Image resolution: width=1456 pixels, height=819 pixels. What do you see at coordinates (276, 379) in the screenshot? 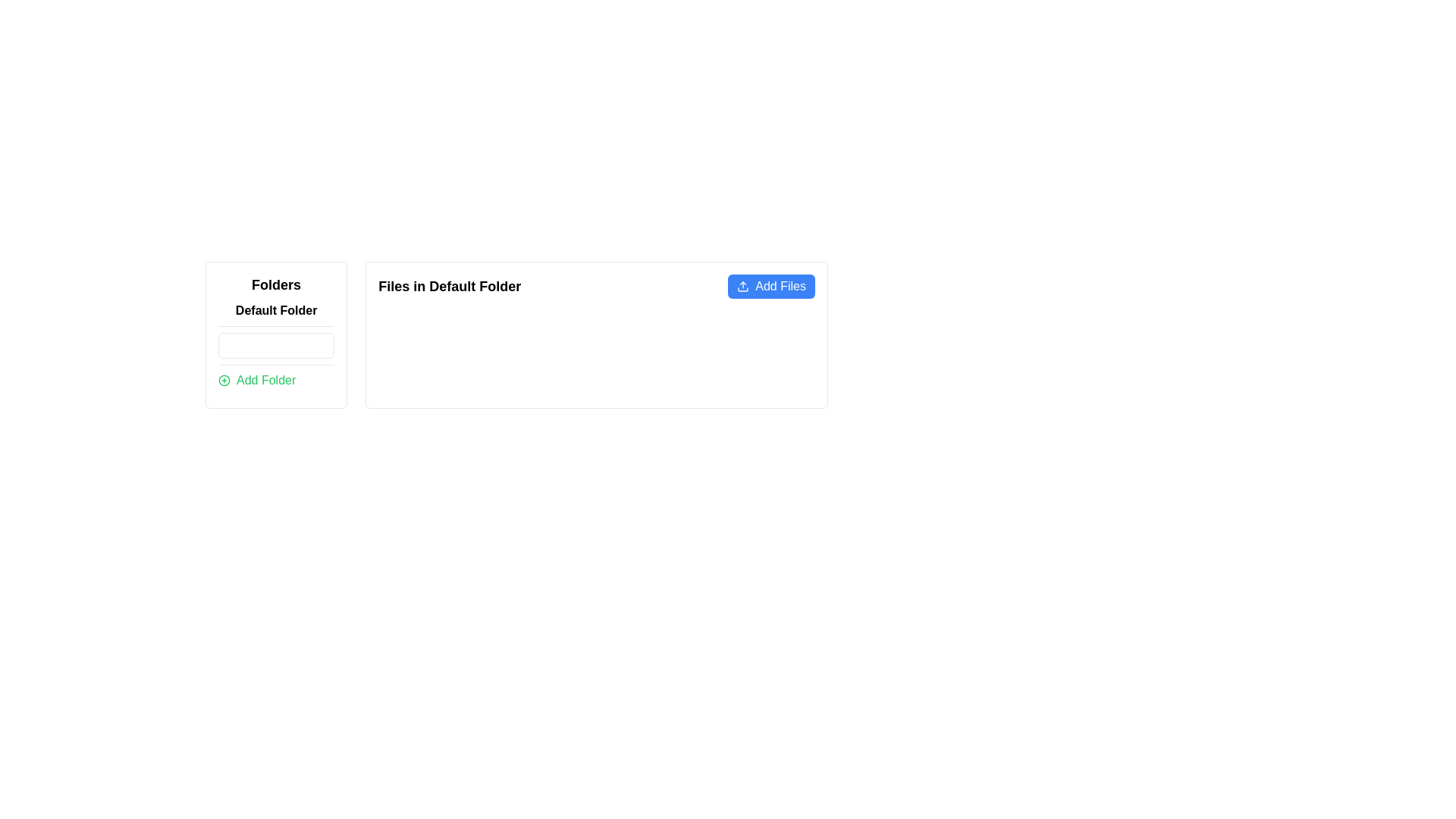
I see `the button-like item for adding a new folder, located at the bottom of the 'Folders' section` at bounding box center [276, 379].